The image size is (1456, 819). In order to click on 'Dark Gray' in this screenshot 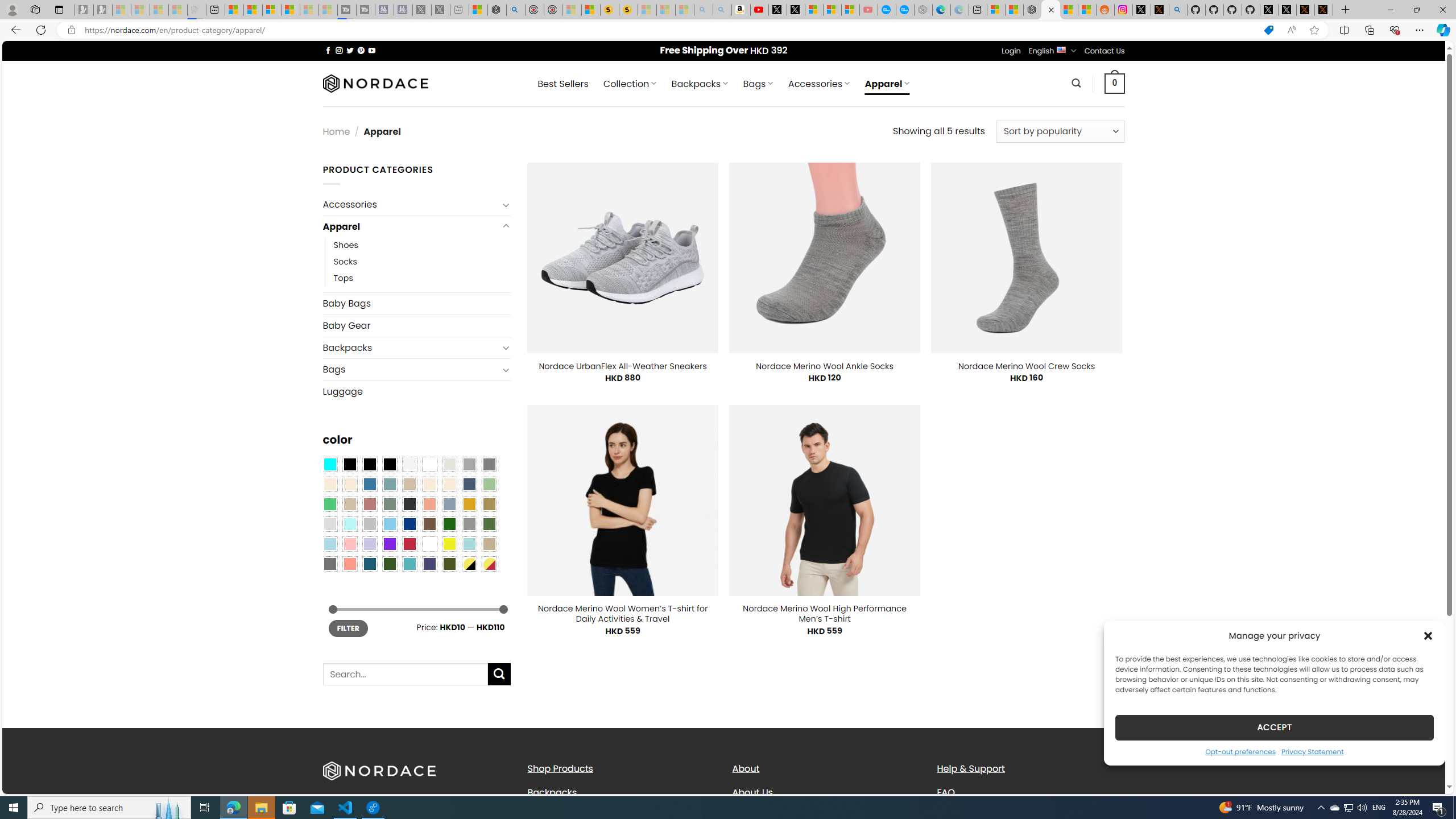, I will do `click(468, 464)`.